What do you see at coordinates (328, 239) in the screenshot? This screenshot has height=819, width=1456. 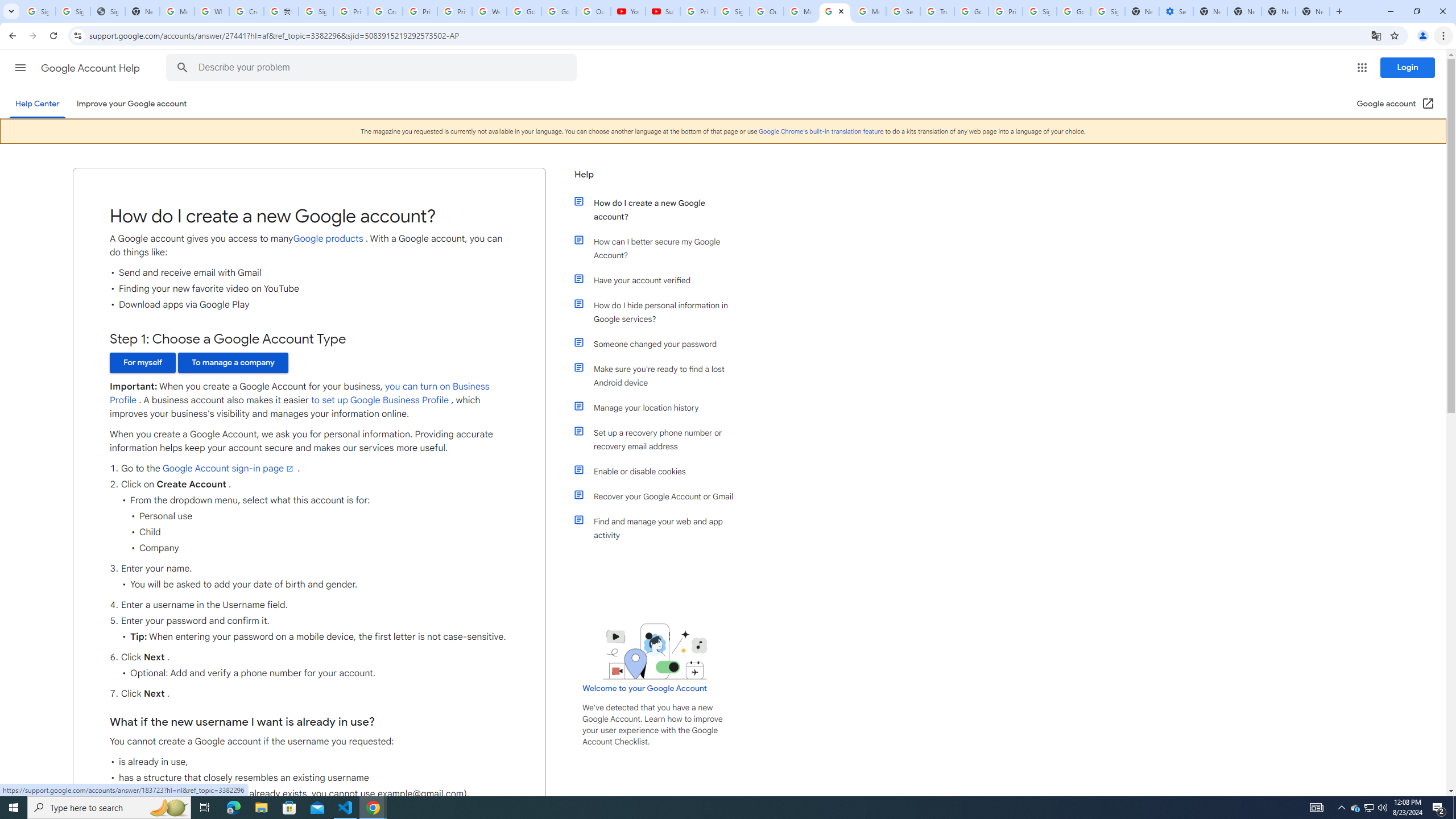 I see `'Google products'` at bounding box center [328, 239].